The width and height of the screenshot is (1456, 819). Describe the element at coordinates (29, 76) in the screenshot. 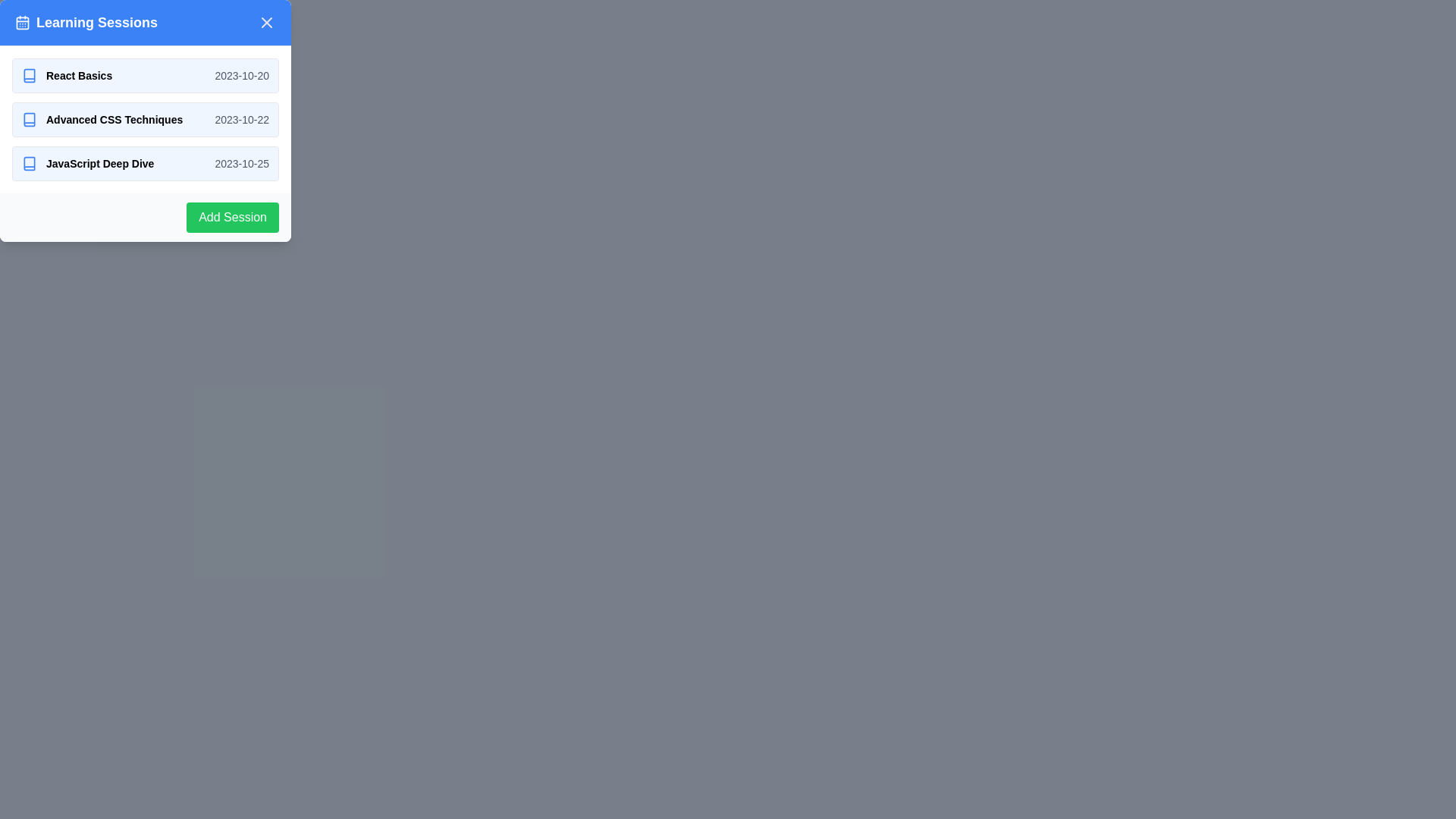

I see `the 'React Basics' session icon to highlight the session, which is the leftmost component within the list under the 'Learning Sessions' header` at that location.